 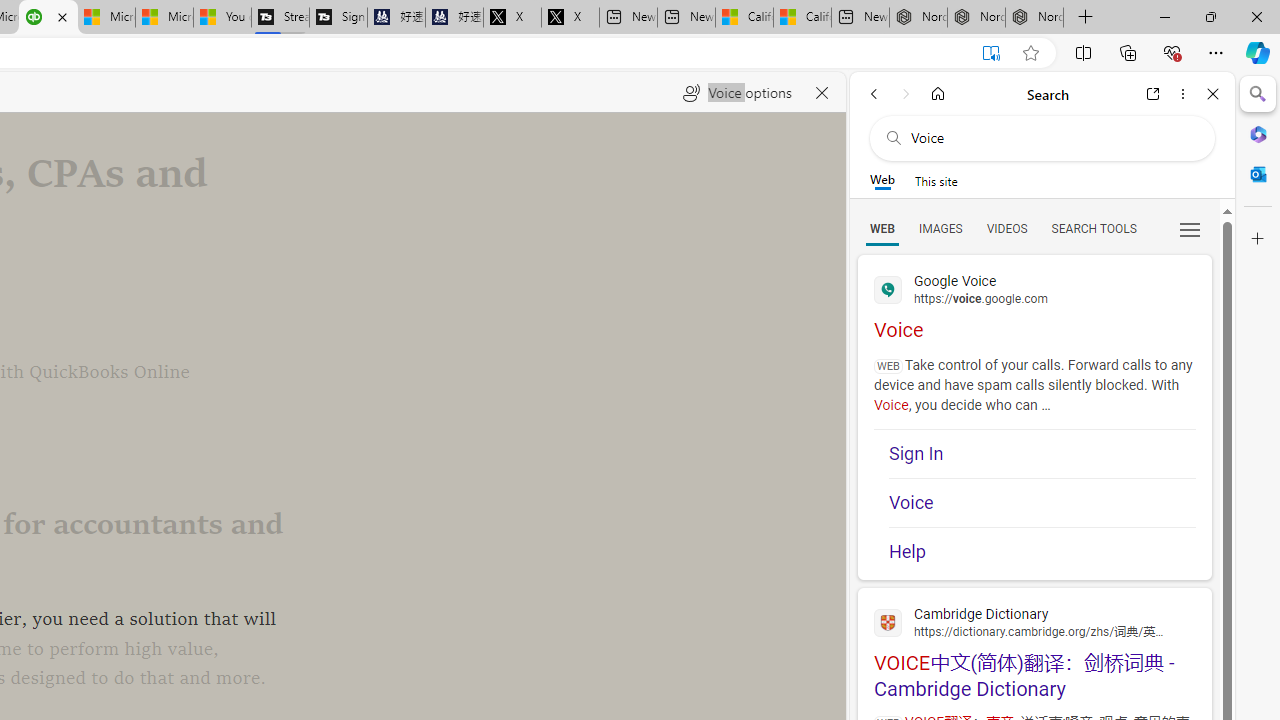 What do you see at coordinates (1006, 227) in the screenshot?
I see `'VIDEOS'` at bounding box center [1006, 227].